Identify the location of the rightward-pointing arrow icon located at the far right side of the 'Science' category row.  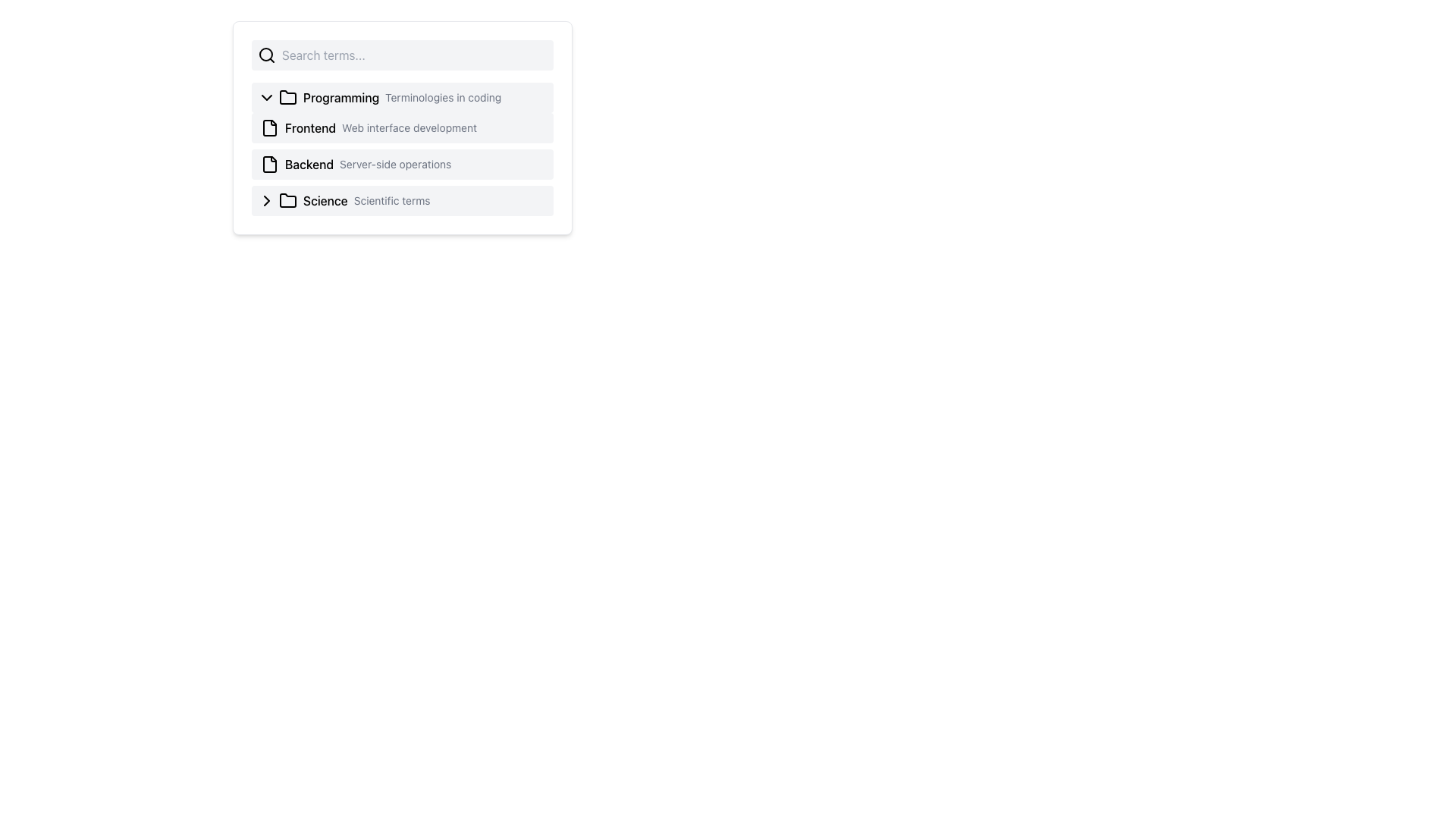
(266, 200).